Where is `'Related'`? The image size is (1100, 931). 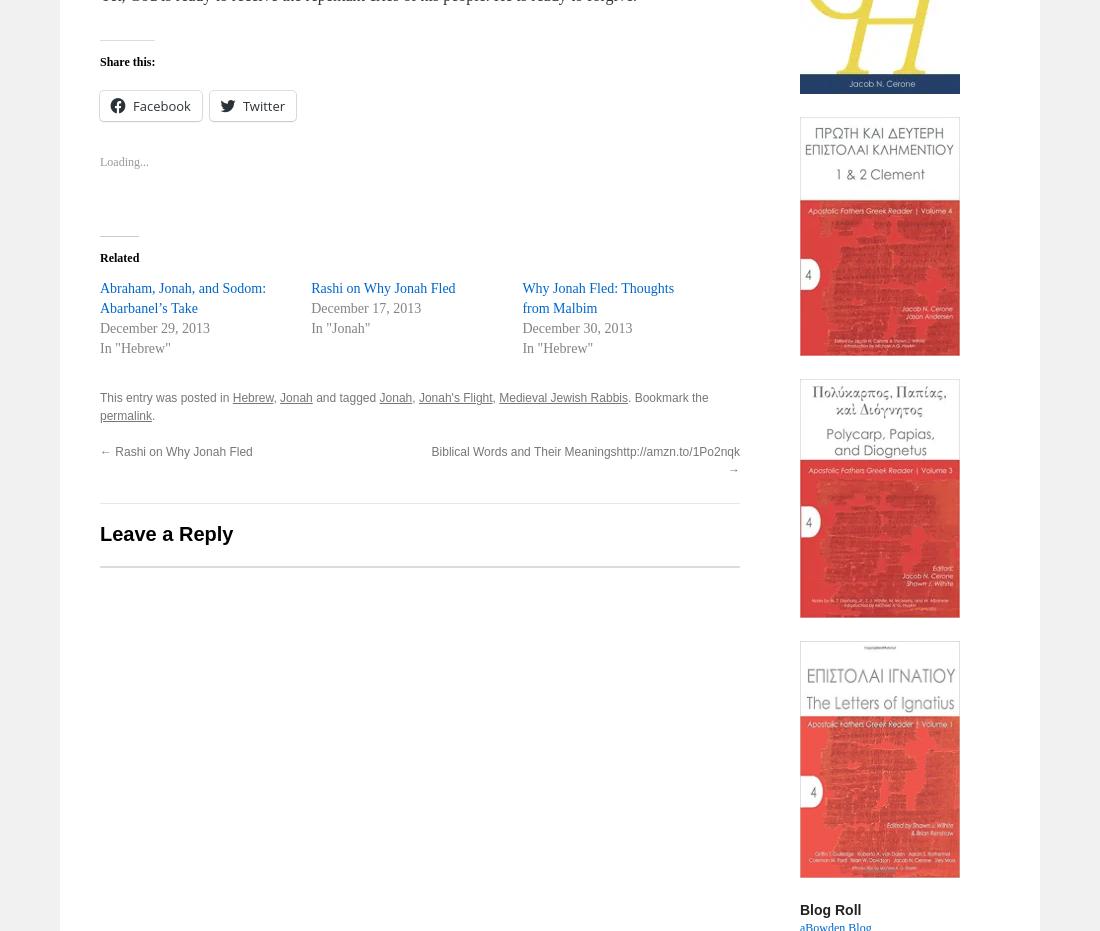 'Related' is located at coordinates (119, 257).